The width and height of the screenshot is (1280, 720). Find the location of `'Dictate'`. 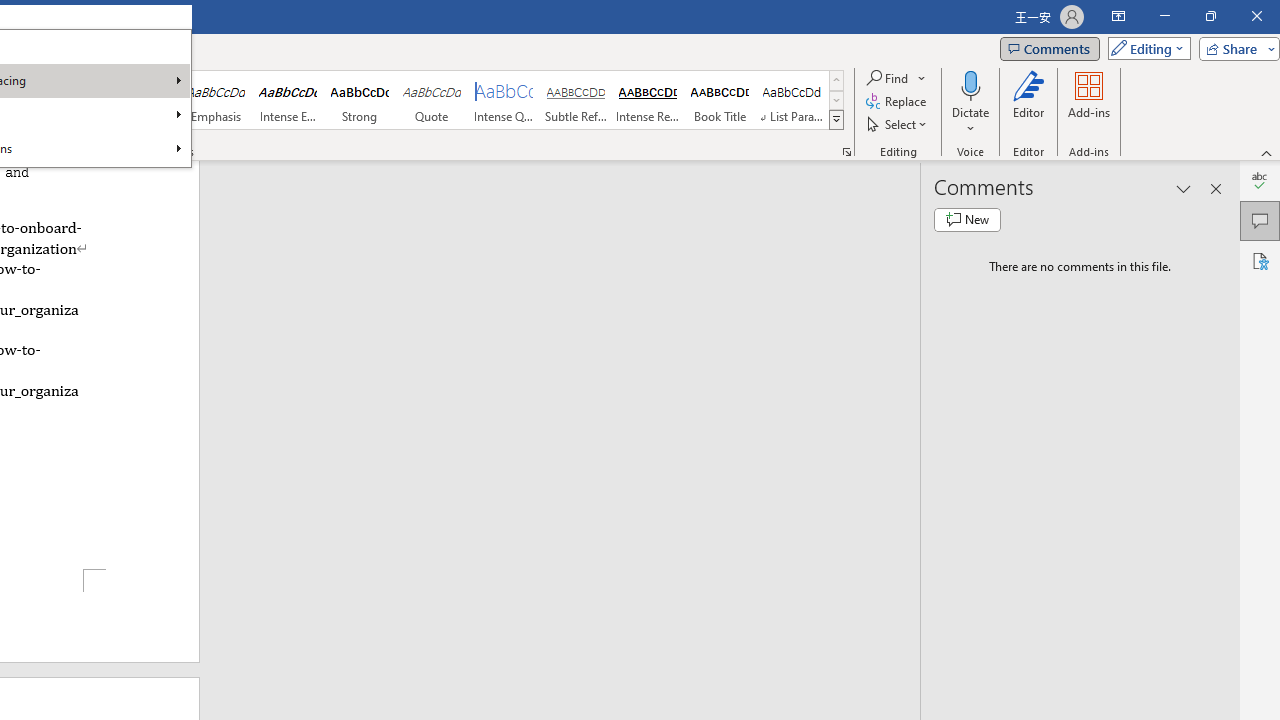

'Dictate' is located at coordinates (970, 103).